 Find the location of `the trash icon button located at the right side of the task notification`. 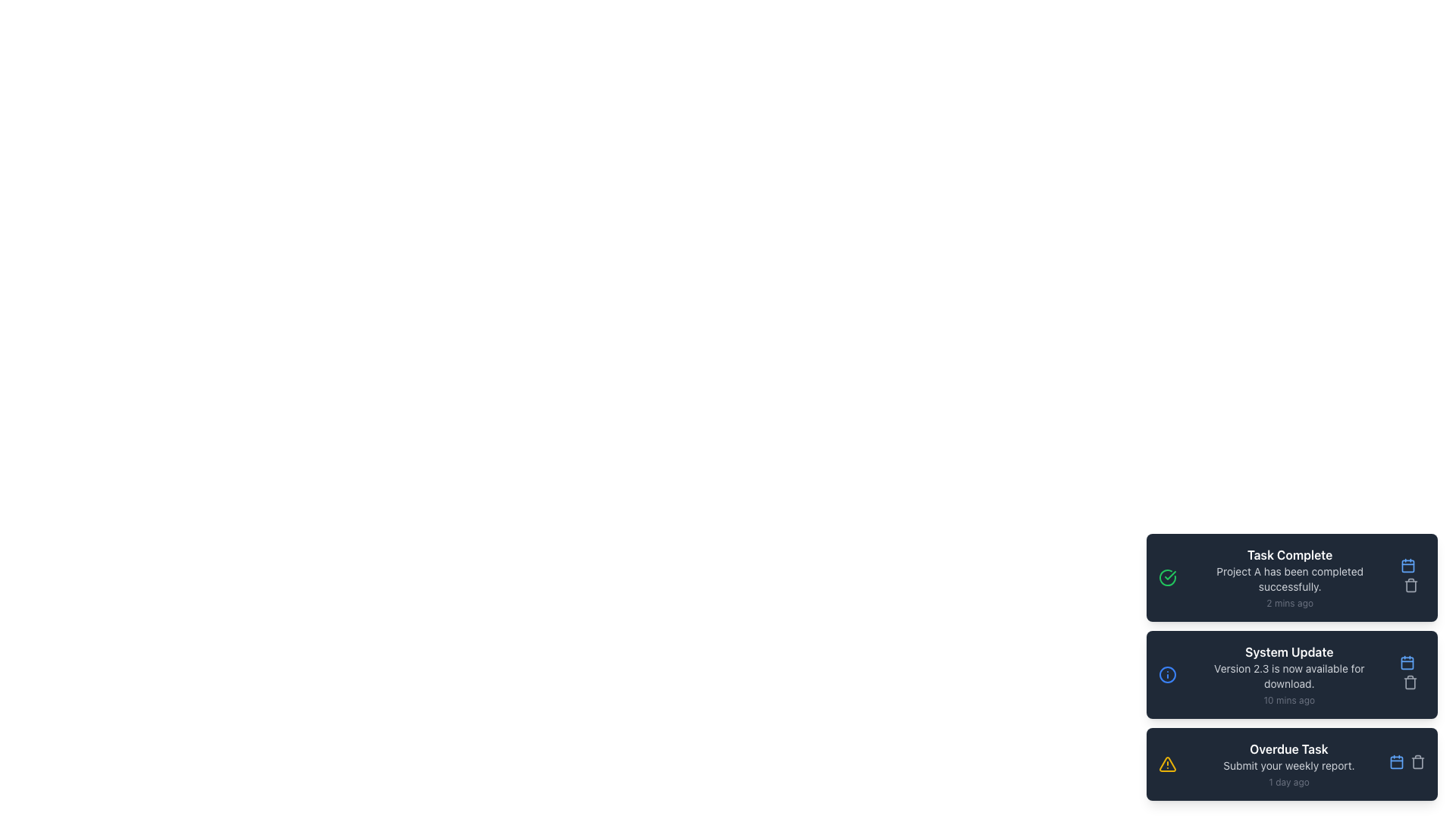

the trash icon button located at the right side of the task notification is located at coordinates (1410, 584).